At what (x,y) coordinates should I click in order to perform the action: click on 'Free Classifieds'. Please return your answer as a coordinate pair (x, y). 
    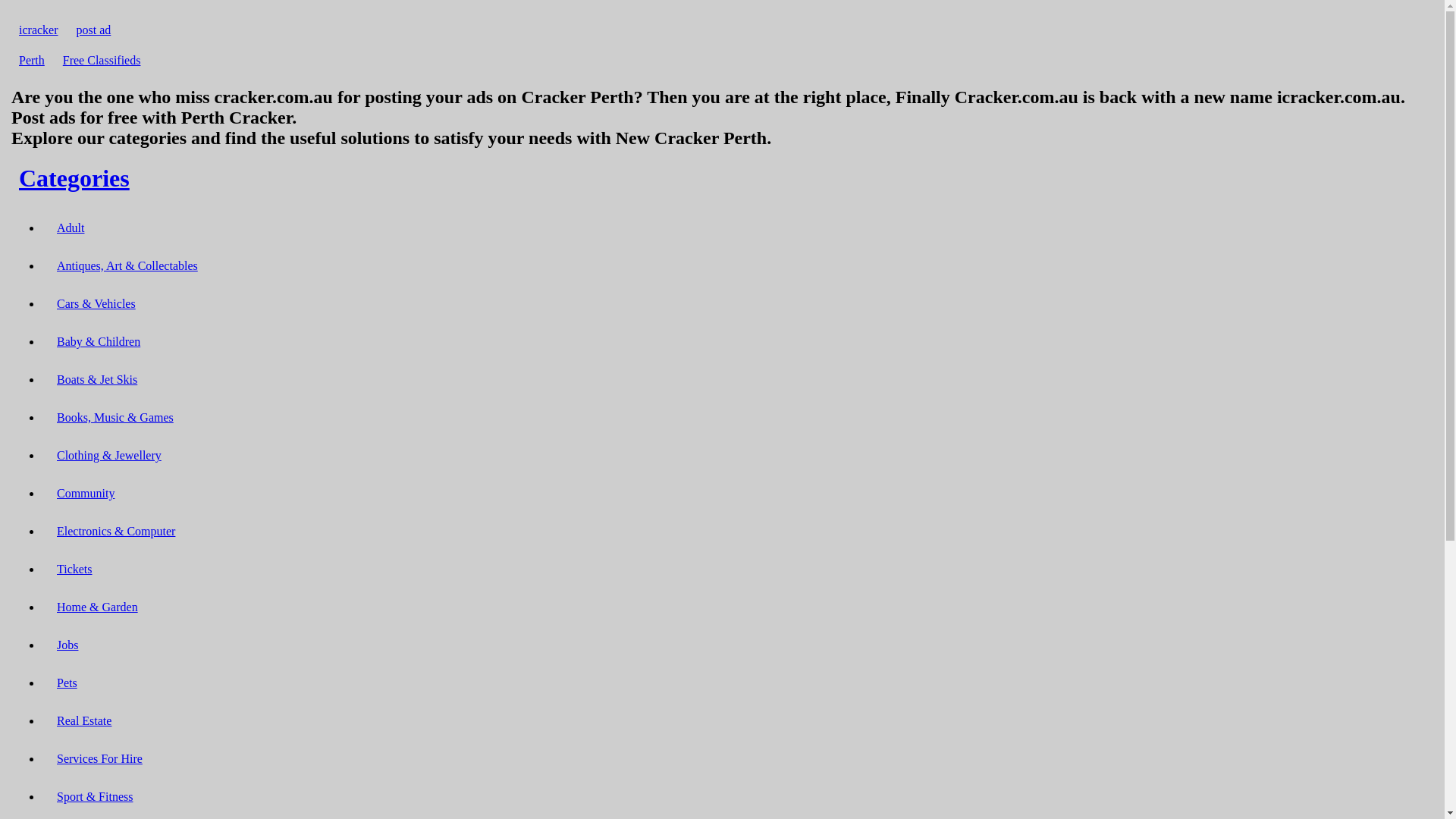
    Looking at the image, I should click on (55, 59).